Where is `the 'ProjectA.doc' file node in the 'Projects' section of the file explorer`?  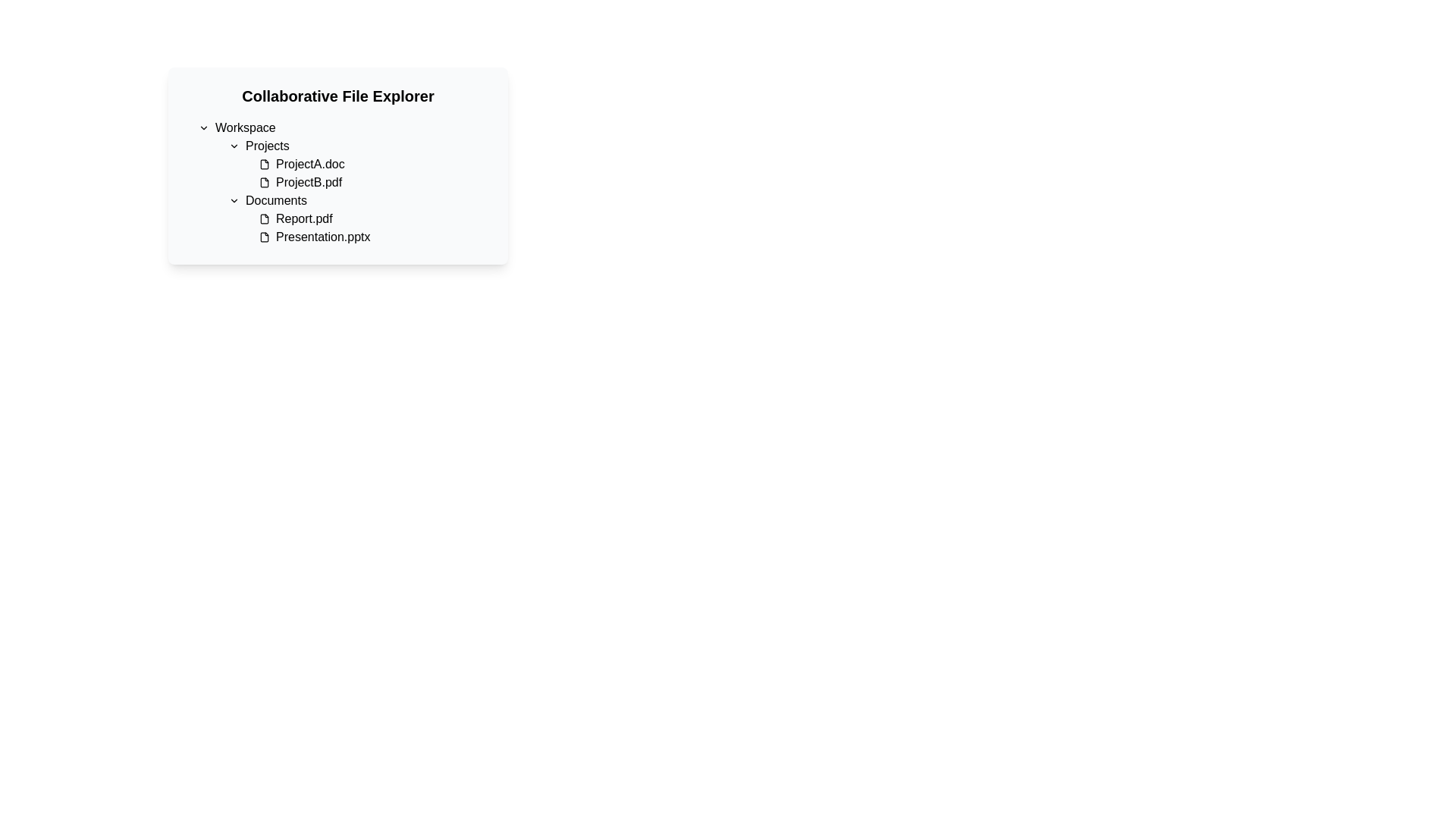 the 'ProjectA.doc' file node in the 'Projects' section of the file explorer is located at coordinates (375, 164).